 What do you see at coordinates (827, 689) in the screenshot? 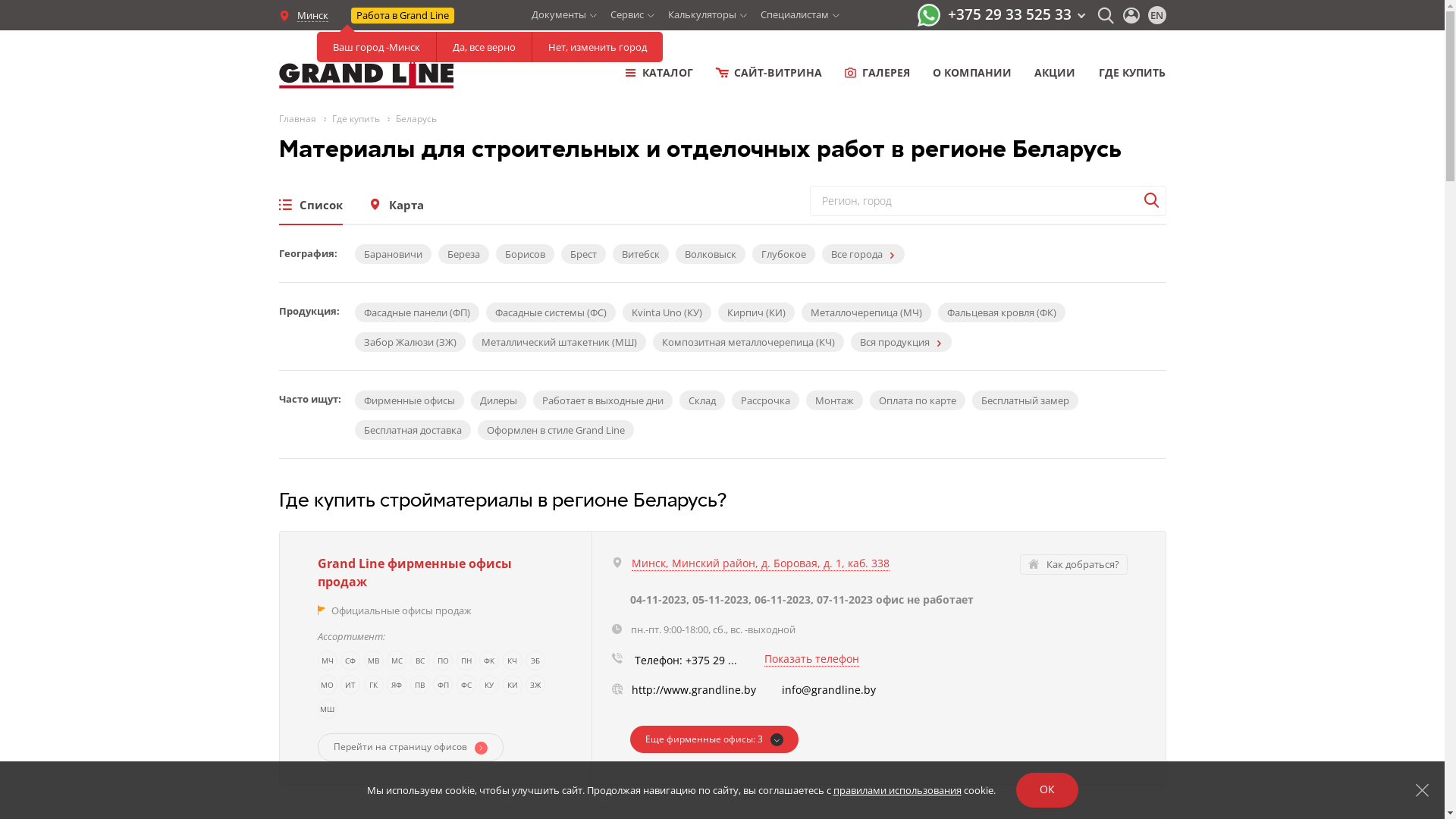
I see `'info@grandline.by'` at bounding box center [827, 689].